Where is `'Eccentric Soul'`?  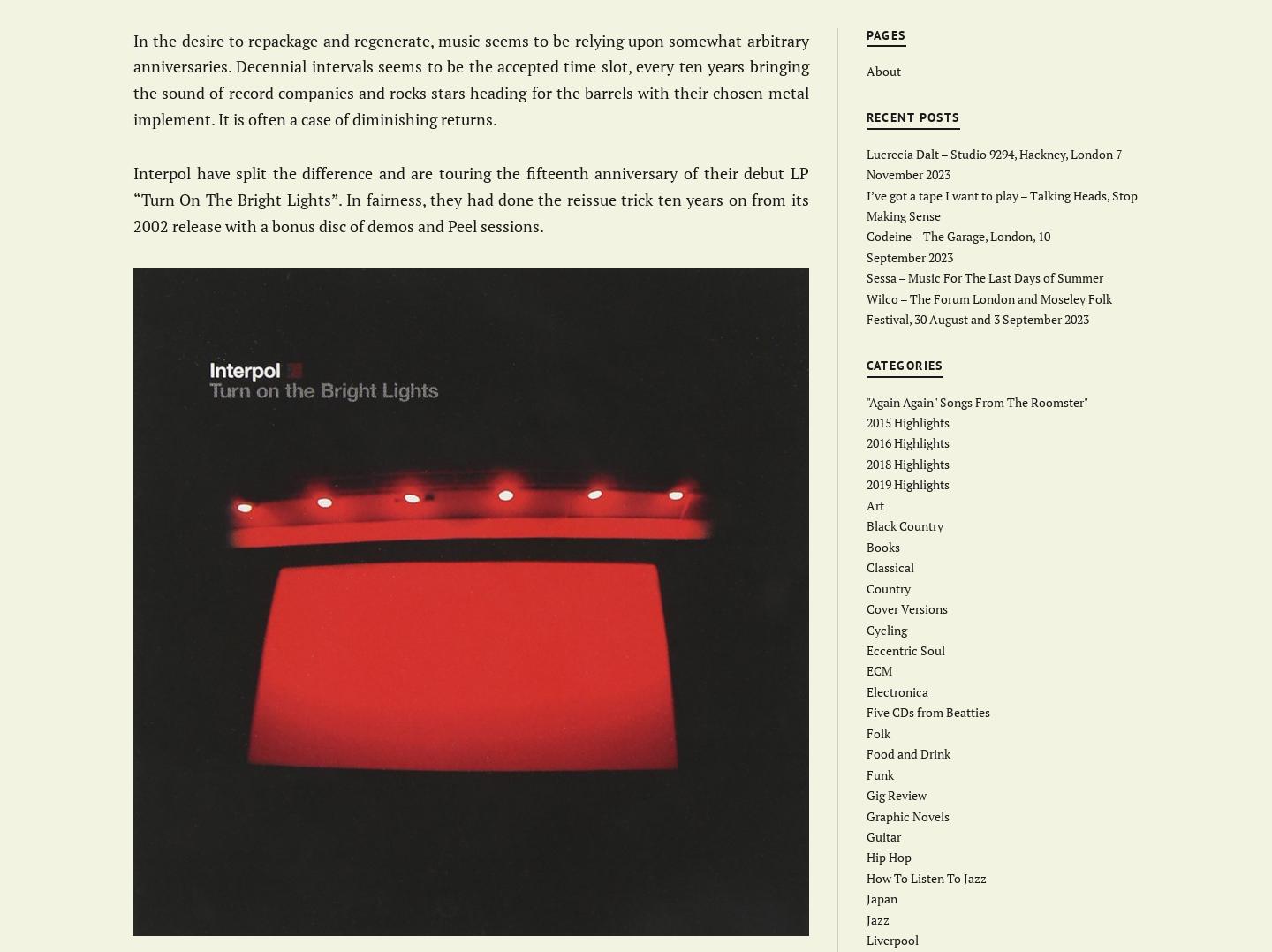 'Eccentric Soul' is located at coordinates (905, 649).